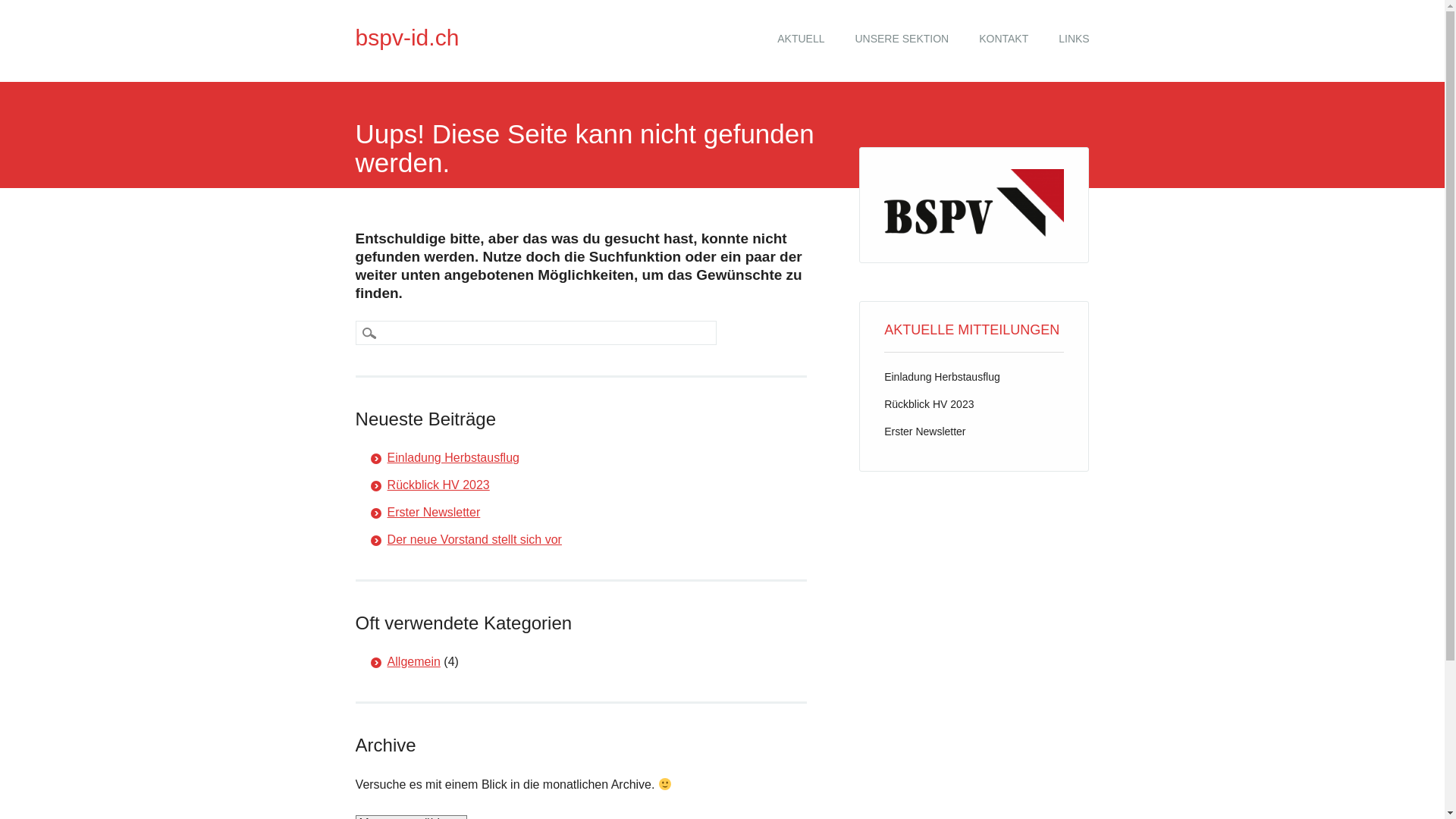 This screenshot has width=1456, height=819. What do you see at coordinates (1003, 37) in the screenshot?
I see `'KONTAKT'` at bounding box center [1003, 37].